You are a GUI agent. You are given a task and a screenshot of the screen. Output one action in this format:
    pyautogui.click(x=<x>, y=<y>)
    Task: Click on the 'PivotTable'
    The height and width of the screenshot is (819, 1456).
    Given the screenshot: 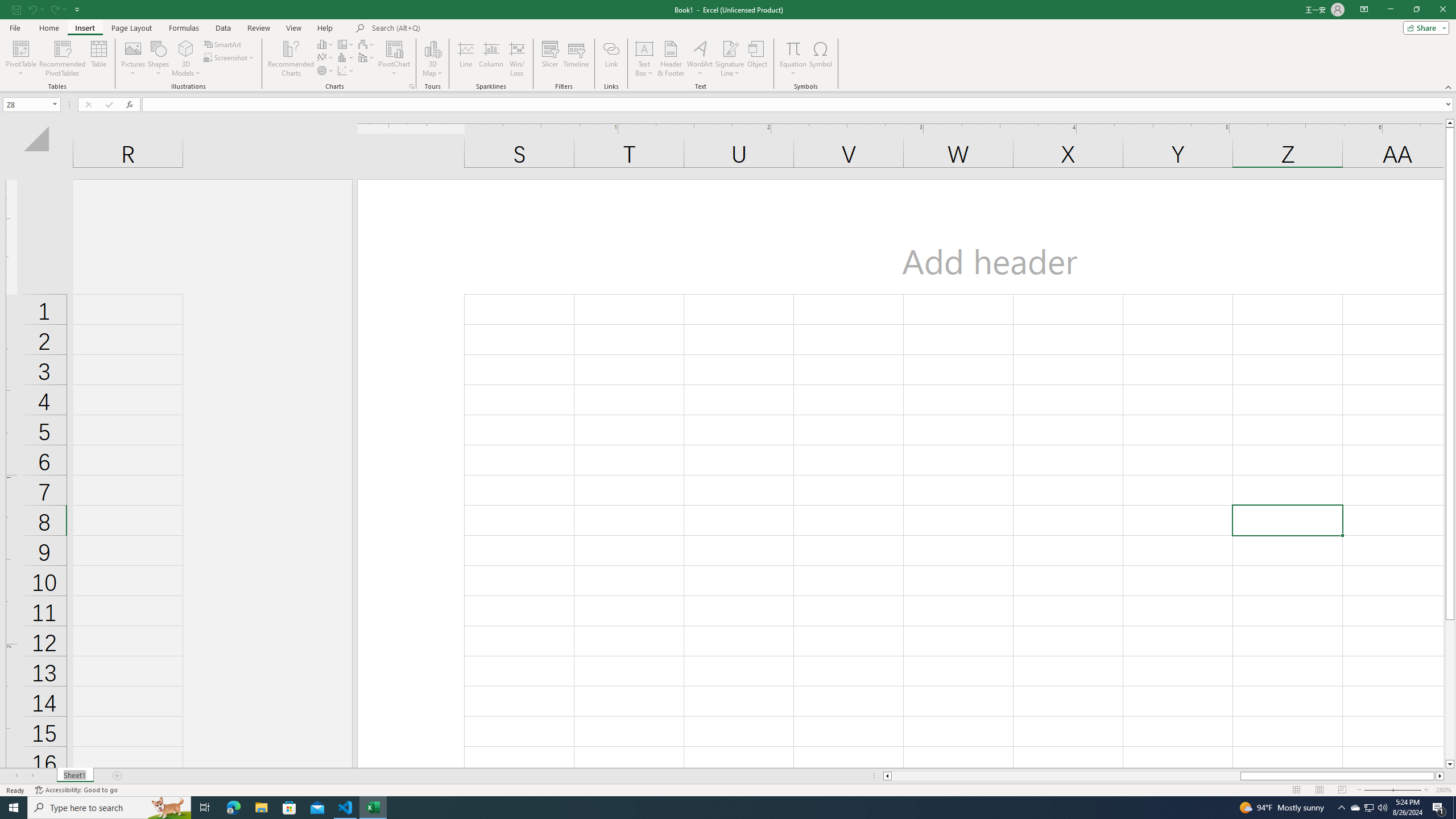 What is the action you would take?
    pyautogui.click(x=20, y=48)
    